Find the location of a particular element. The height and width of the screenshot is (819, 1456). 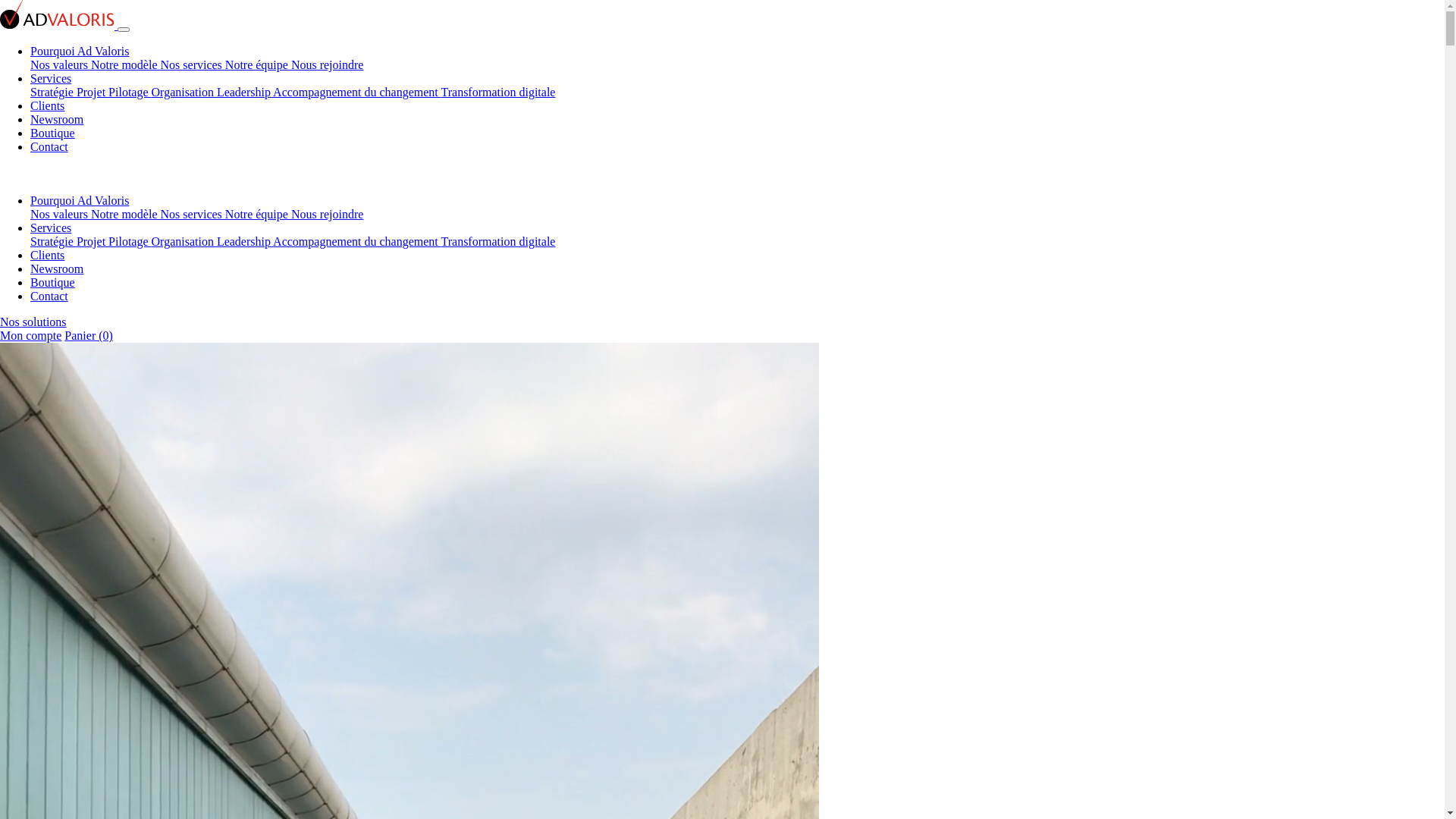

'Pilotage' is located at coordinates (130, 92).